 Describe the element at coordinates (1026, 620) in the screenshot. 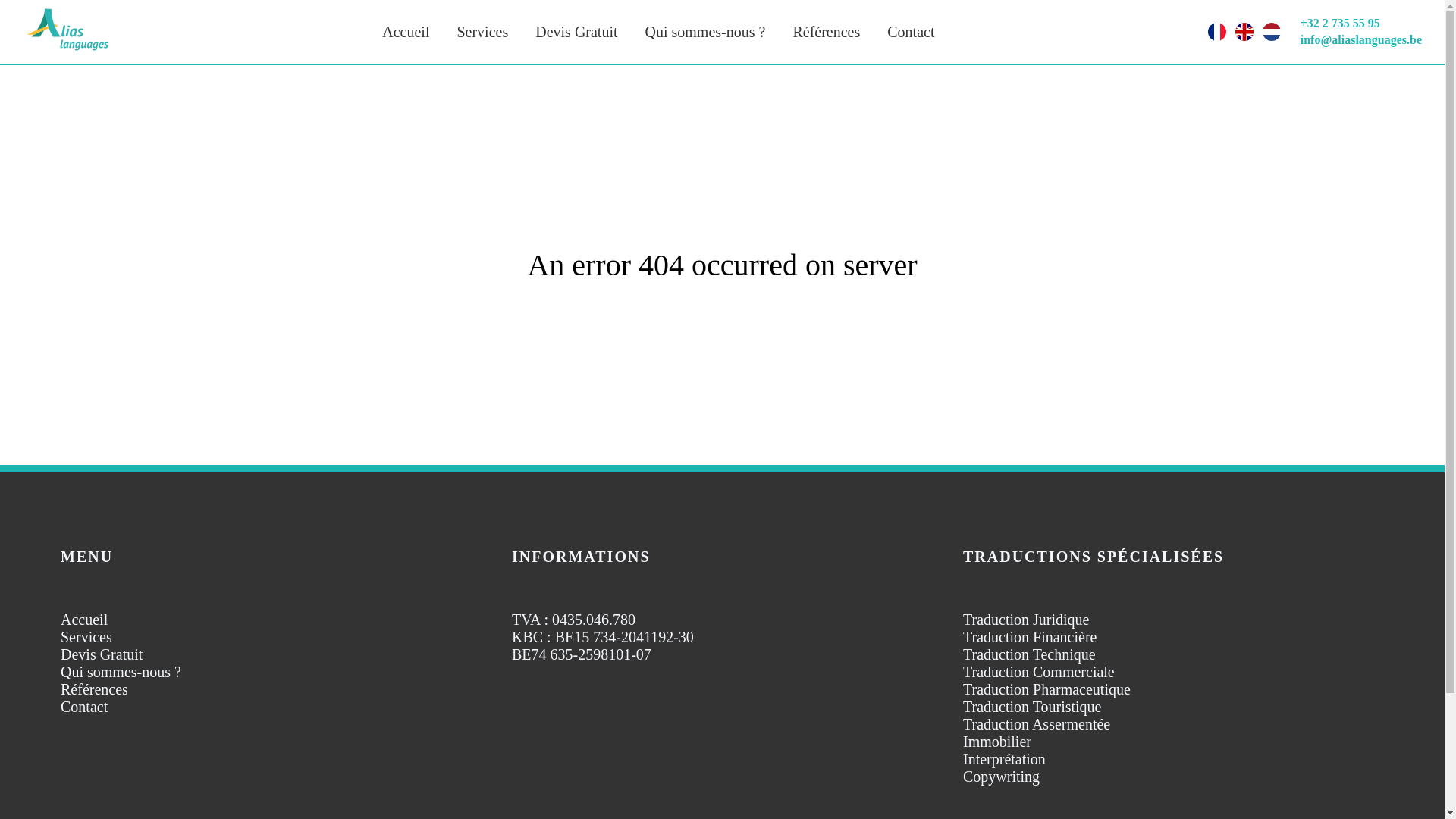

I see `'Traduction Juridique'` at that location.